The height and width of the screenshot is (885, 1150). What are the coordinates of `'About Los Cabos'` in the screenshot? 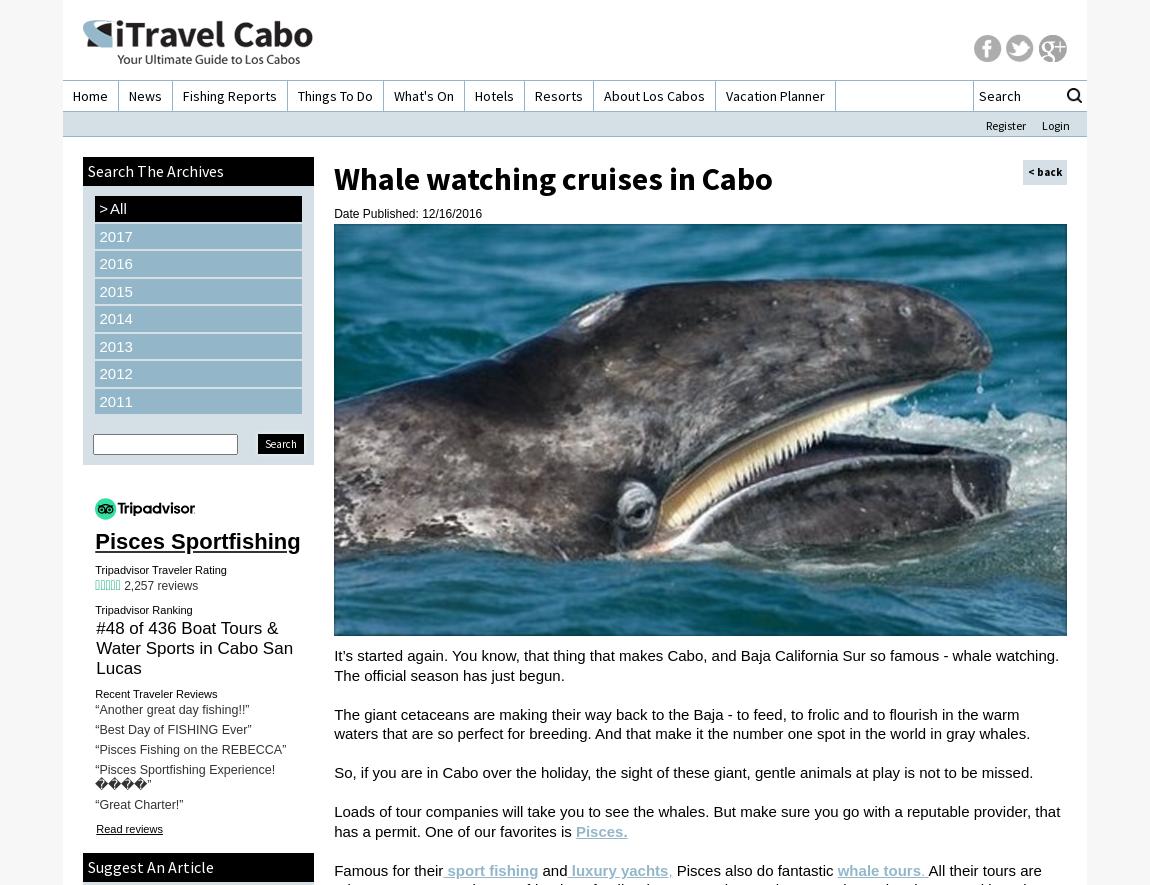 It's located at (653, 96).